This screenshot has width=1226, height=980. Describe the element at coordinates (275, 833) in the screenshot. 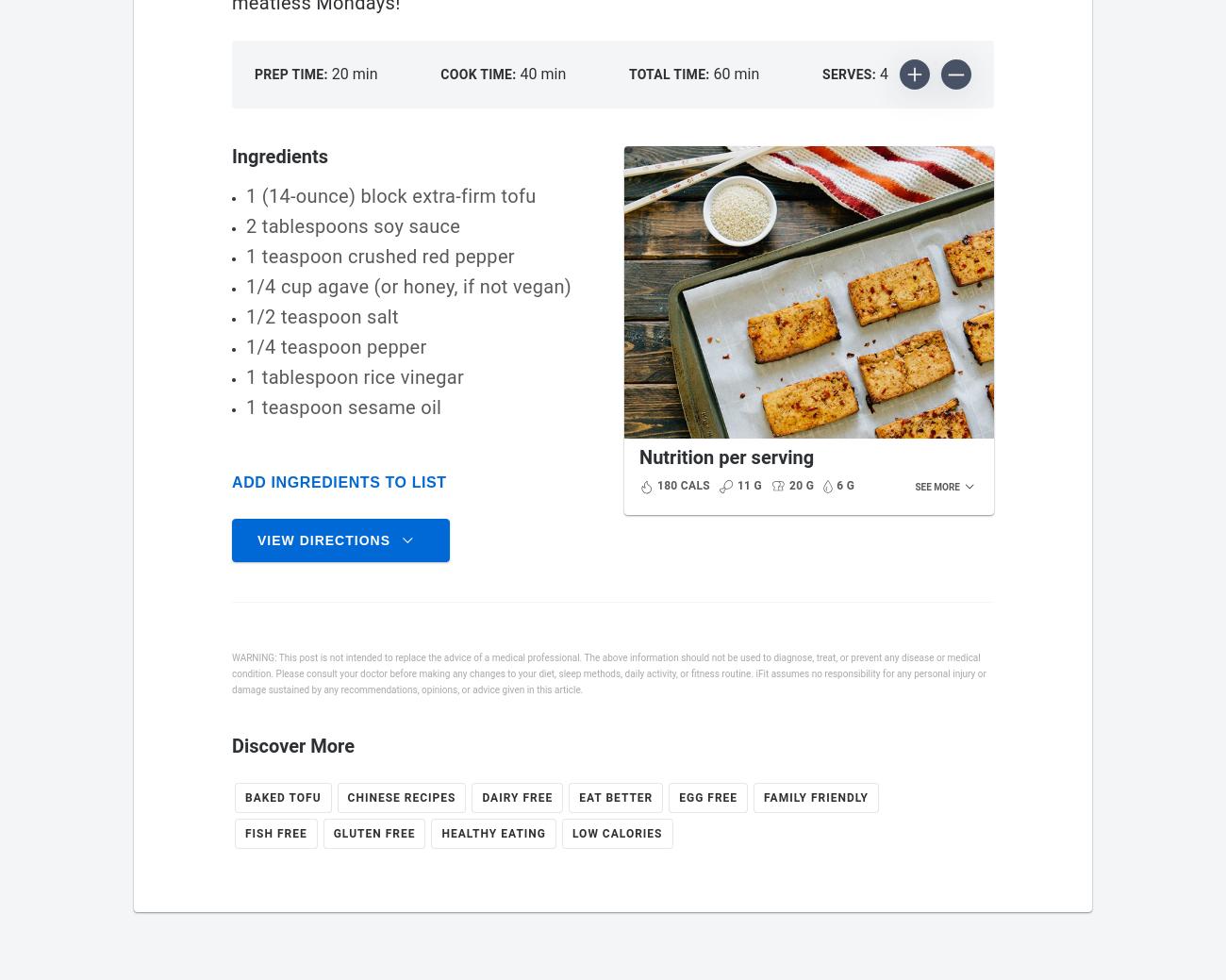

I see `'fish free'` at that location.